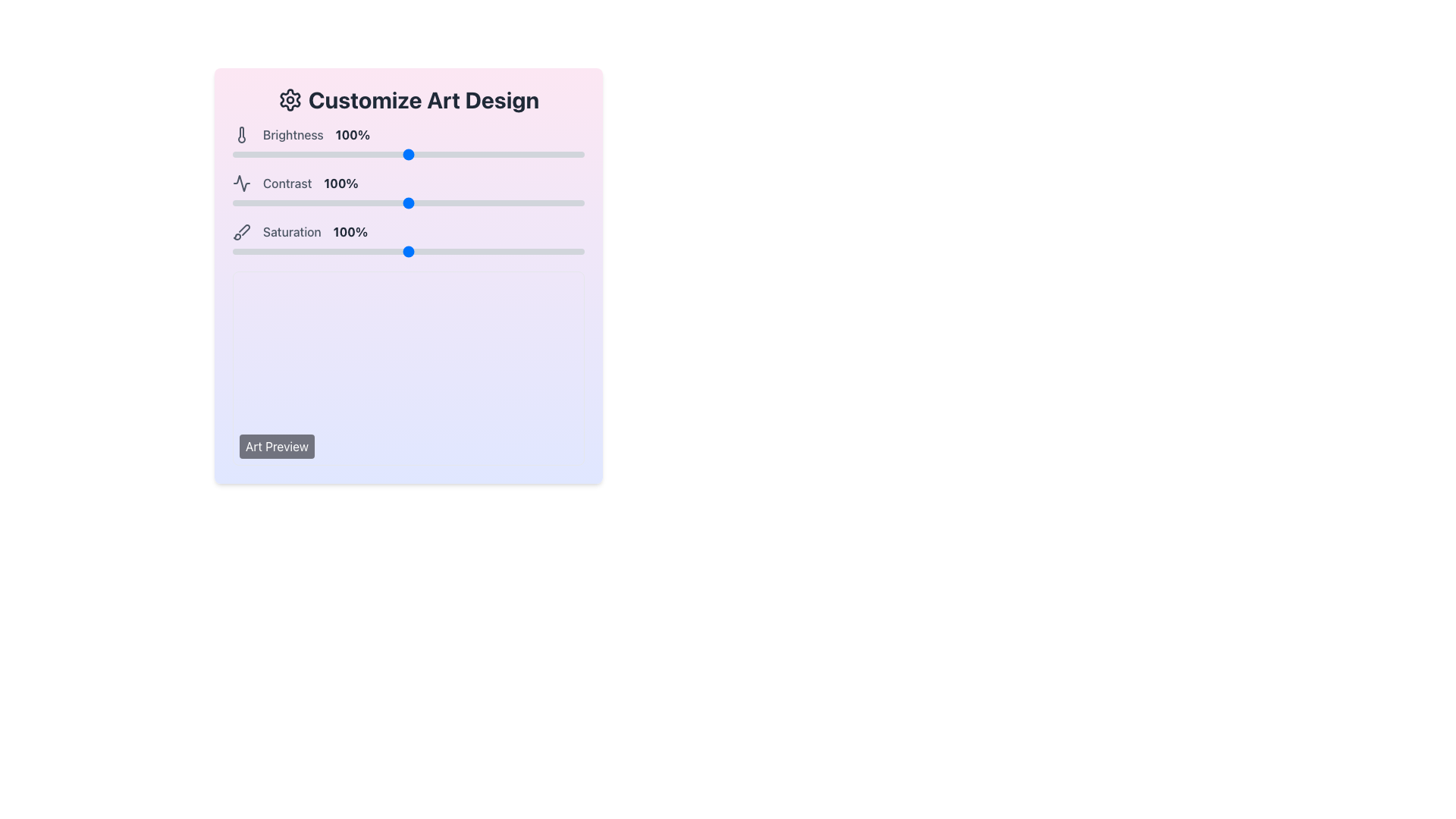  Describe the element at coordinates (573, 202) in the screenshot. I see `the contrast level` at that location.